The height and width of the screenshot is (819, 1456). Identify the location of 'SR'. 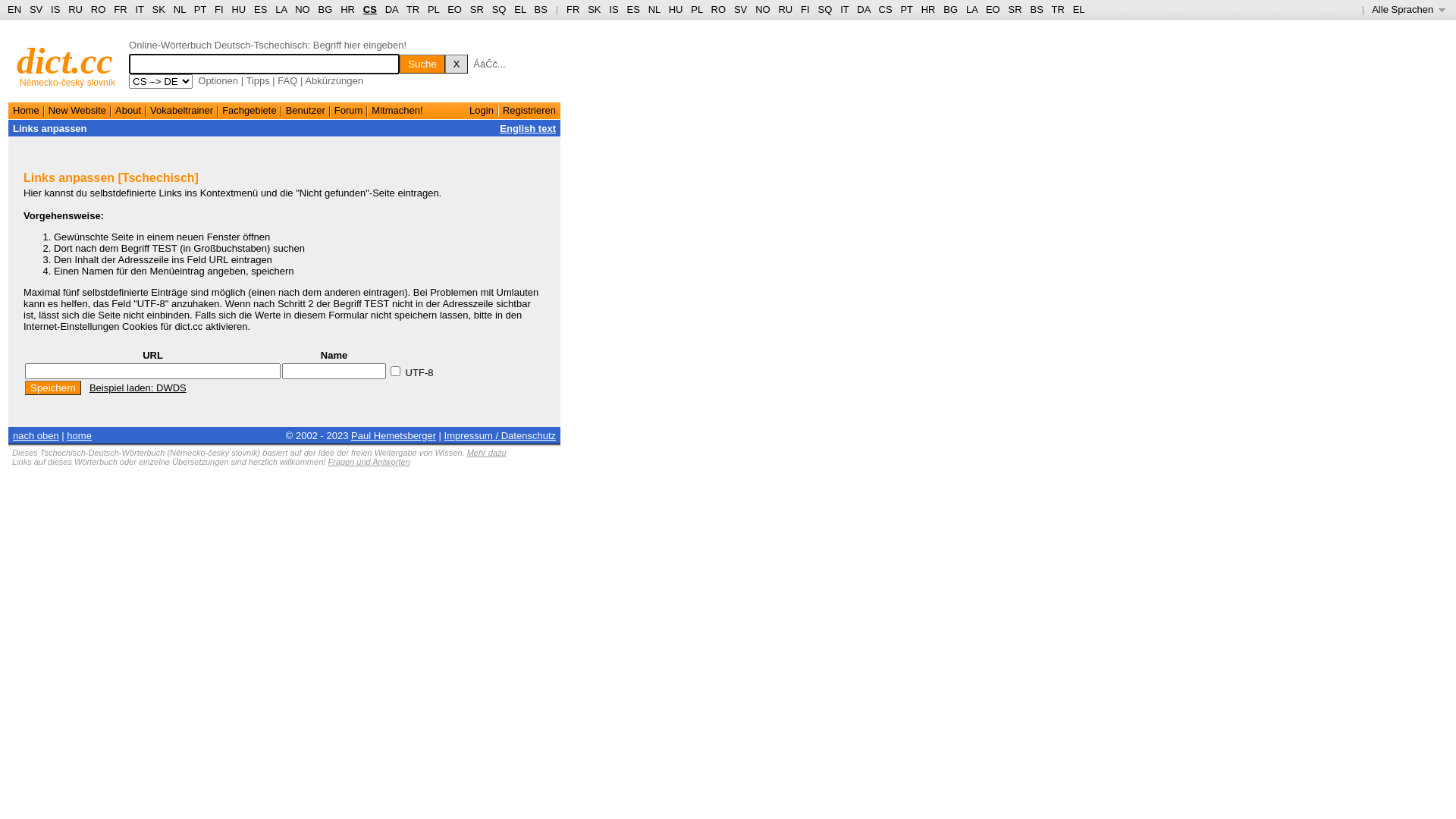
(475, 9).